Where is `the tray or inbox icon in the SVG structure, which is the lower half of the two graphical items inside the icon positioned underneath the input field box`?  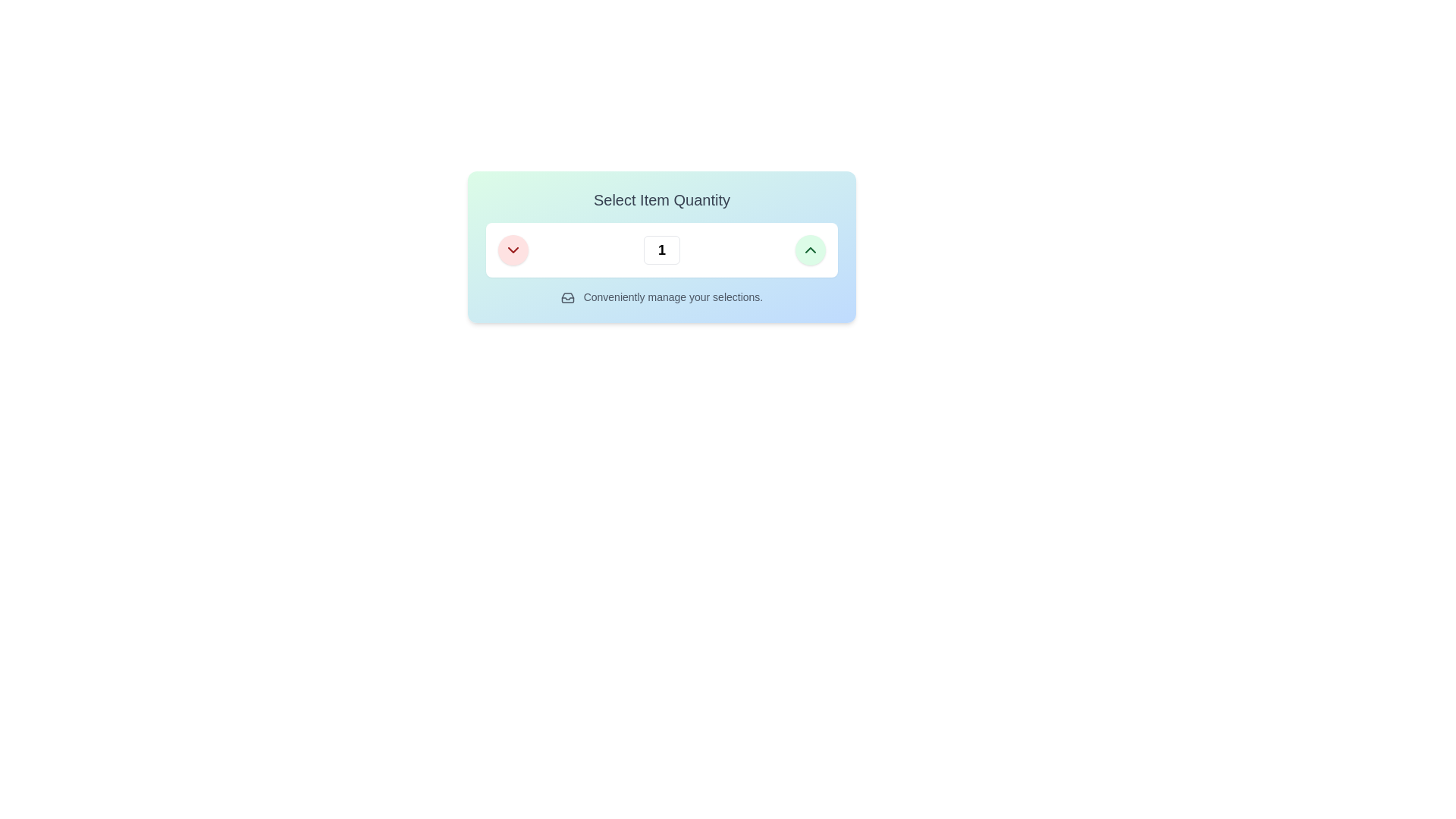 the tray or inbox icon in the SVG structure, which is the lower half of the two graphical items inside the icon positioned underneath the input field box is located at coordinates (566, 298).